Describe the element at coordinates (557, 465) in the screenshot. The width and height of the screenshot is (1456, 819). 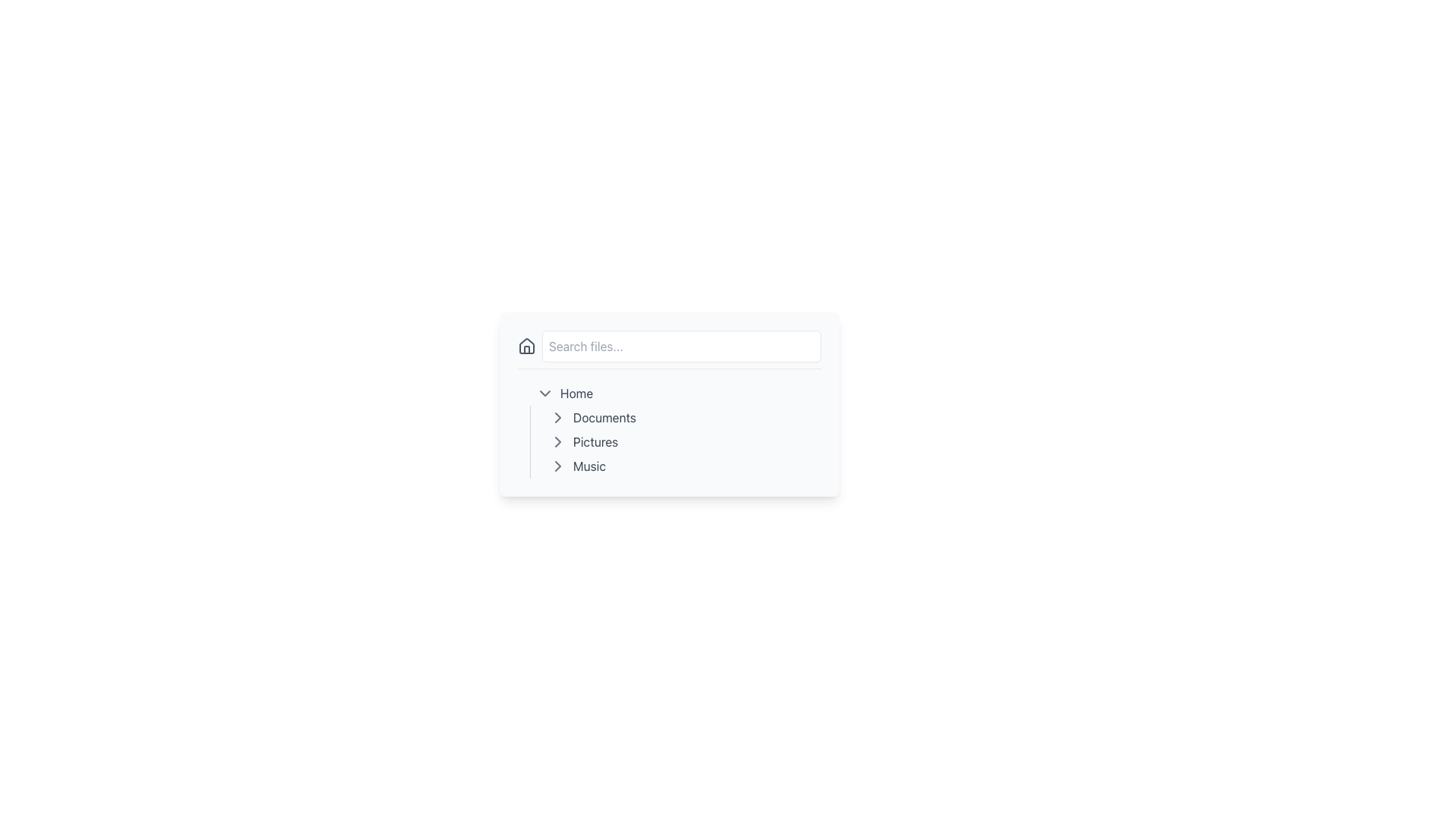
I see `the arrow icon next to the 'Music' entry in the navigation menu` at that location.